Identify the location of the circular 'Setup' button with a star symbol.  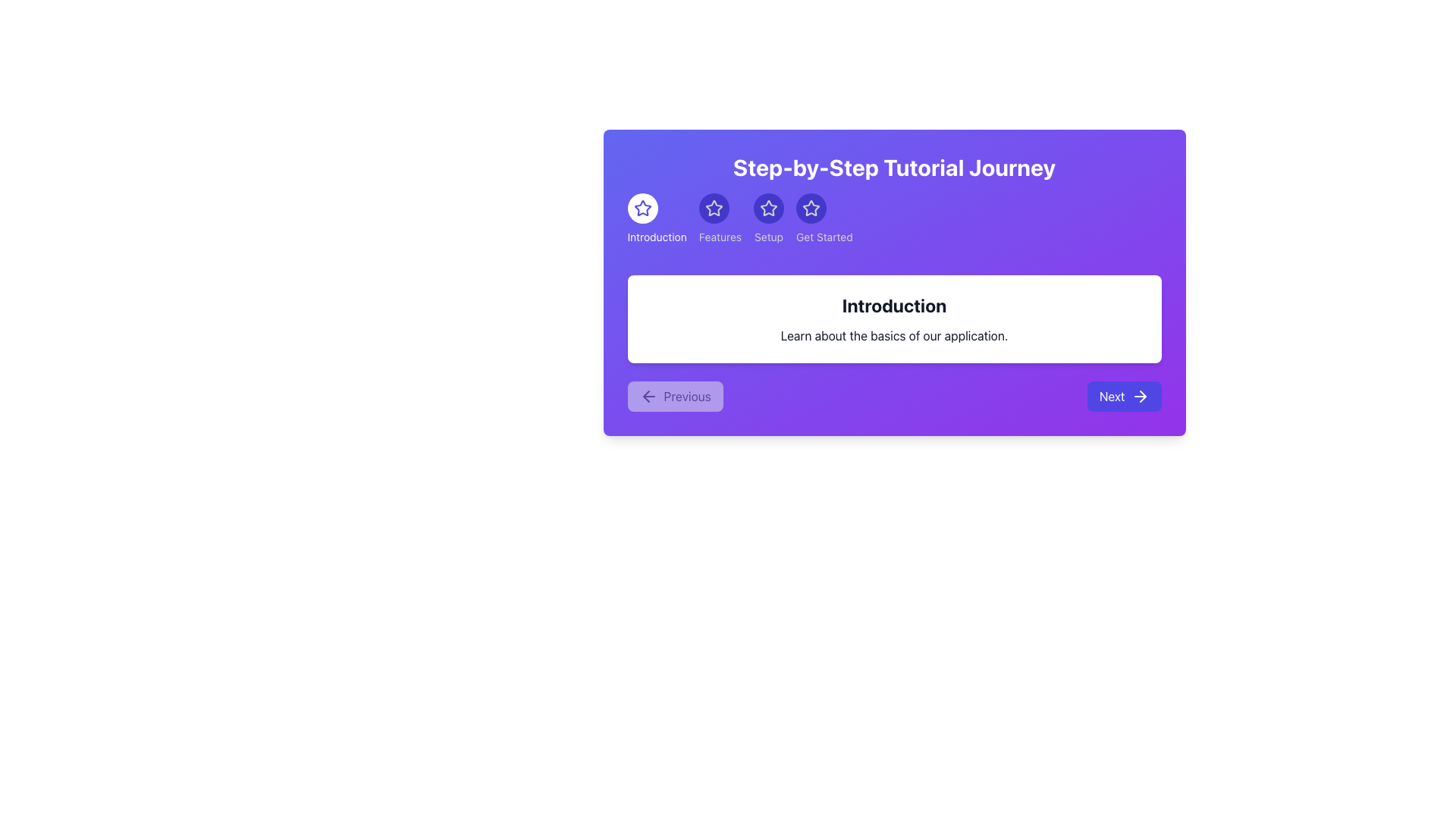
(769, 219).